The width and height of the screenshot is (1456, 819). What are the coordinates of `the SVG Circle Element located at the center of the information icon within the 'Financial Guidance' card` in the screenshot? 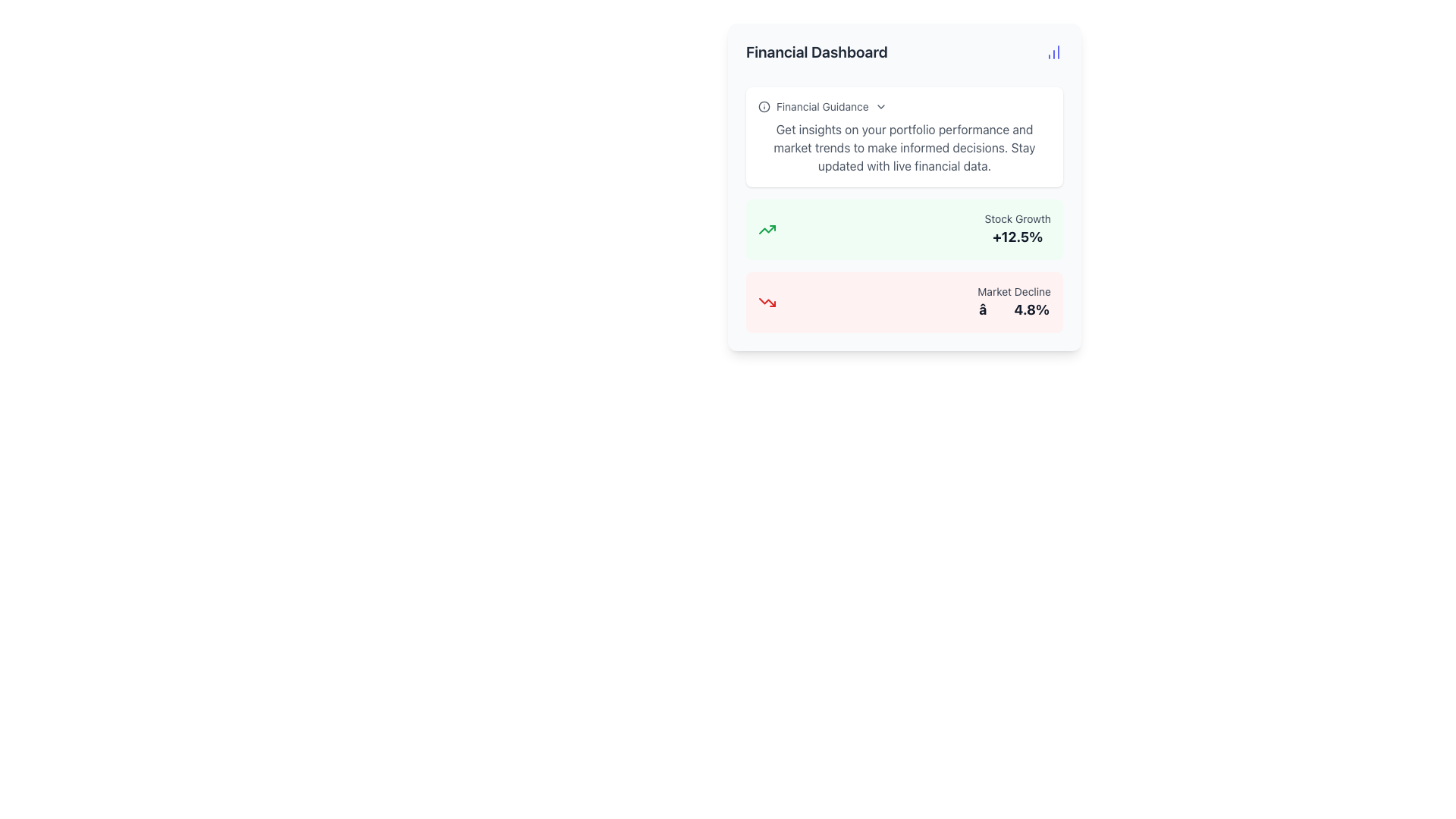 It's located at (764, 106).